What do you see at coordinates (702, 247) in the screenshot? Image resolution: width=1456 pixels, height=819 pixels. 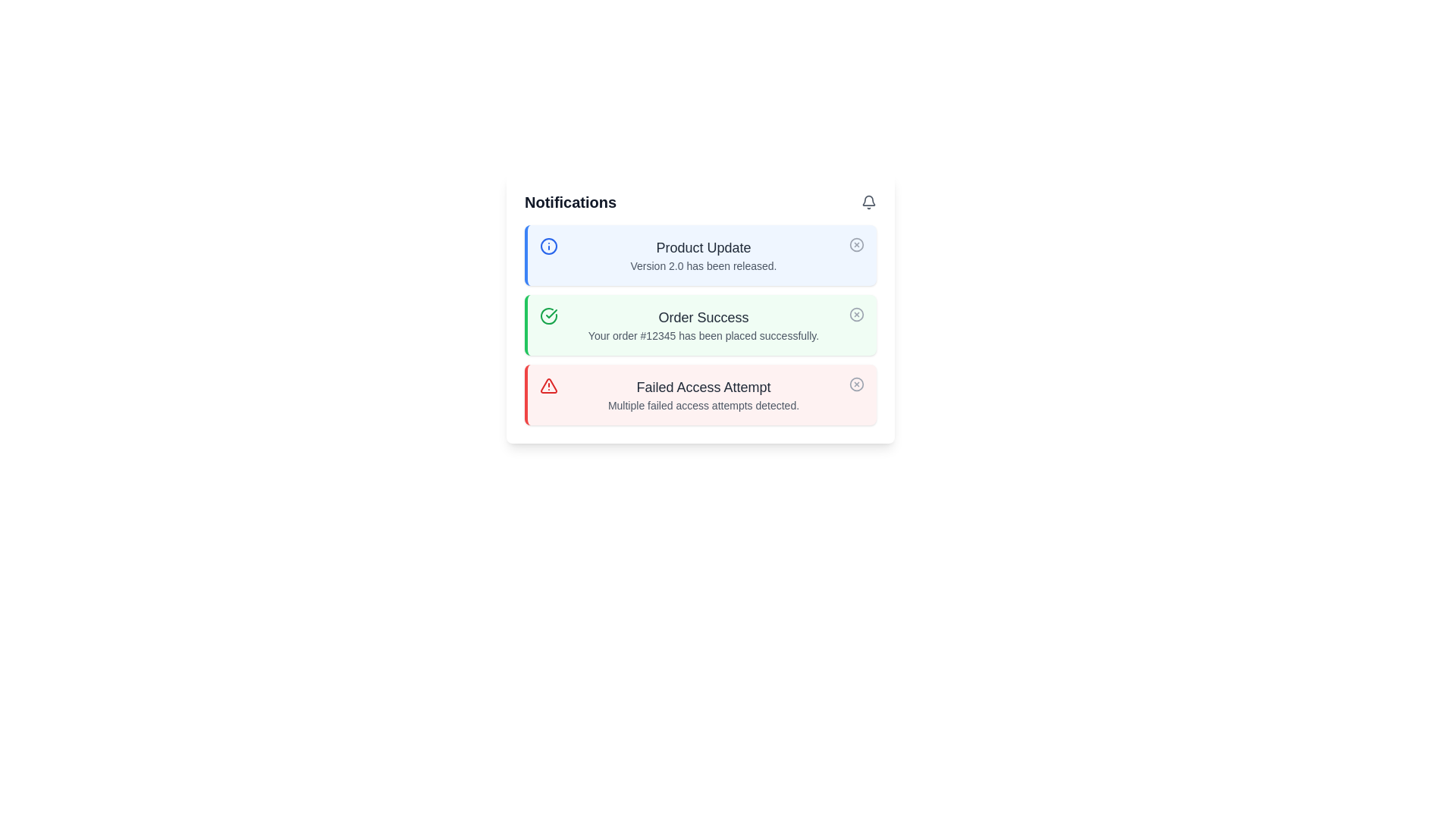 I see `title text of the first notification card located at the header, which describes the notification's content, specifically 'Version 2.0 has been released.'` at bounding box center [702, 247].